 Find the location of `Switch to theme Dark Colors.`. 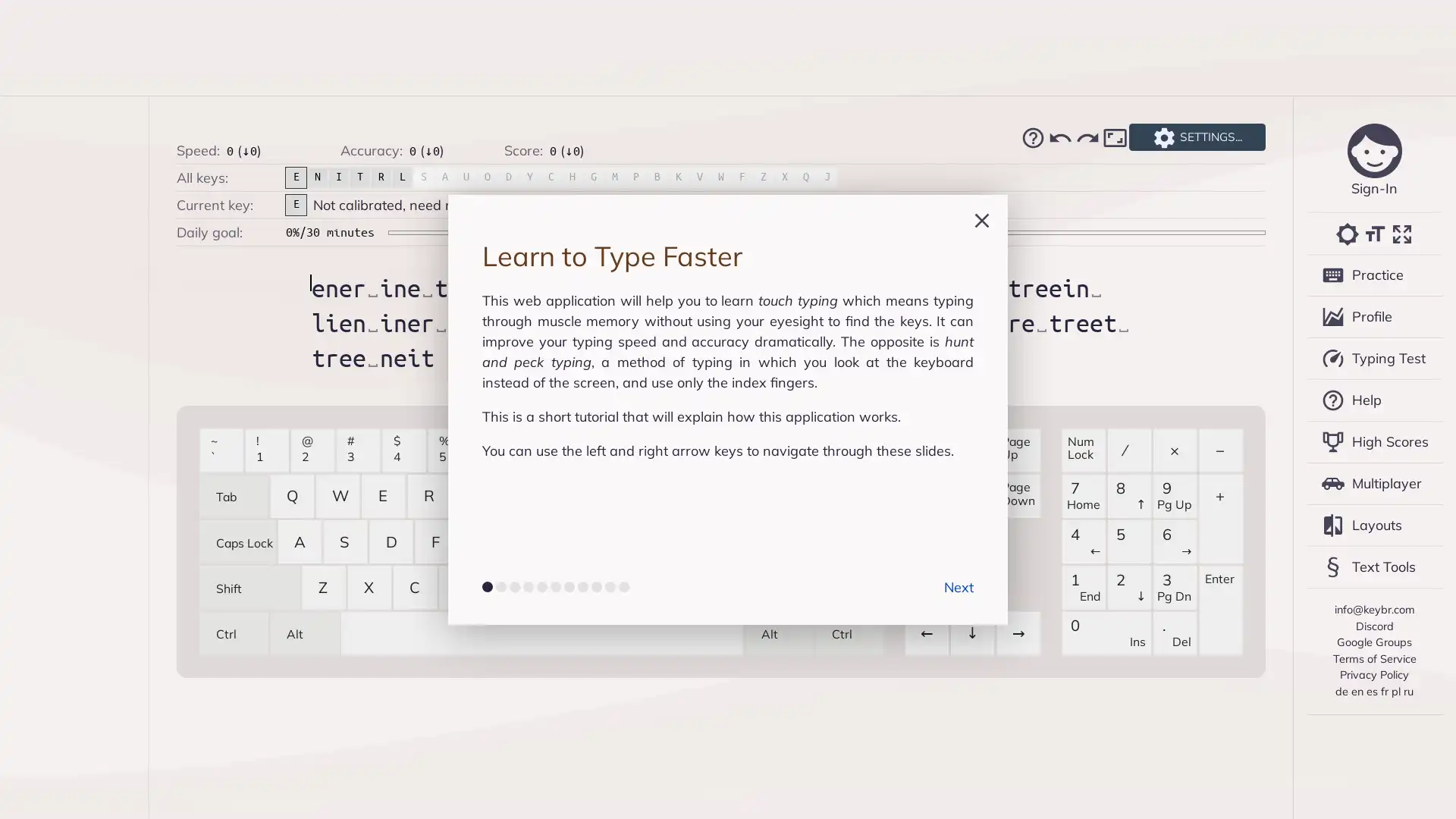

Switch to theme Dark Colors. is located at coordinates (1347, 234).